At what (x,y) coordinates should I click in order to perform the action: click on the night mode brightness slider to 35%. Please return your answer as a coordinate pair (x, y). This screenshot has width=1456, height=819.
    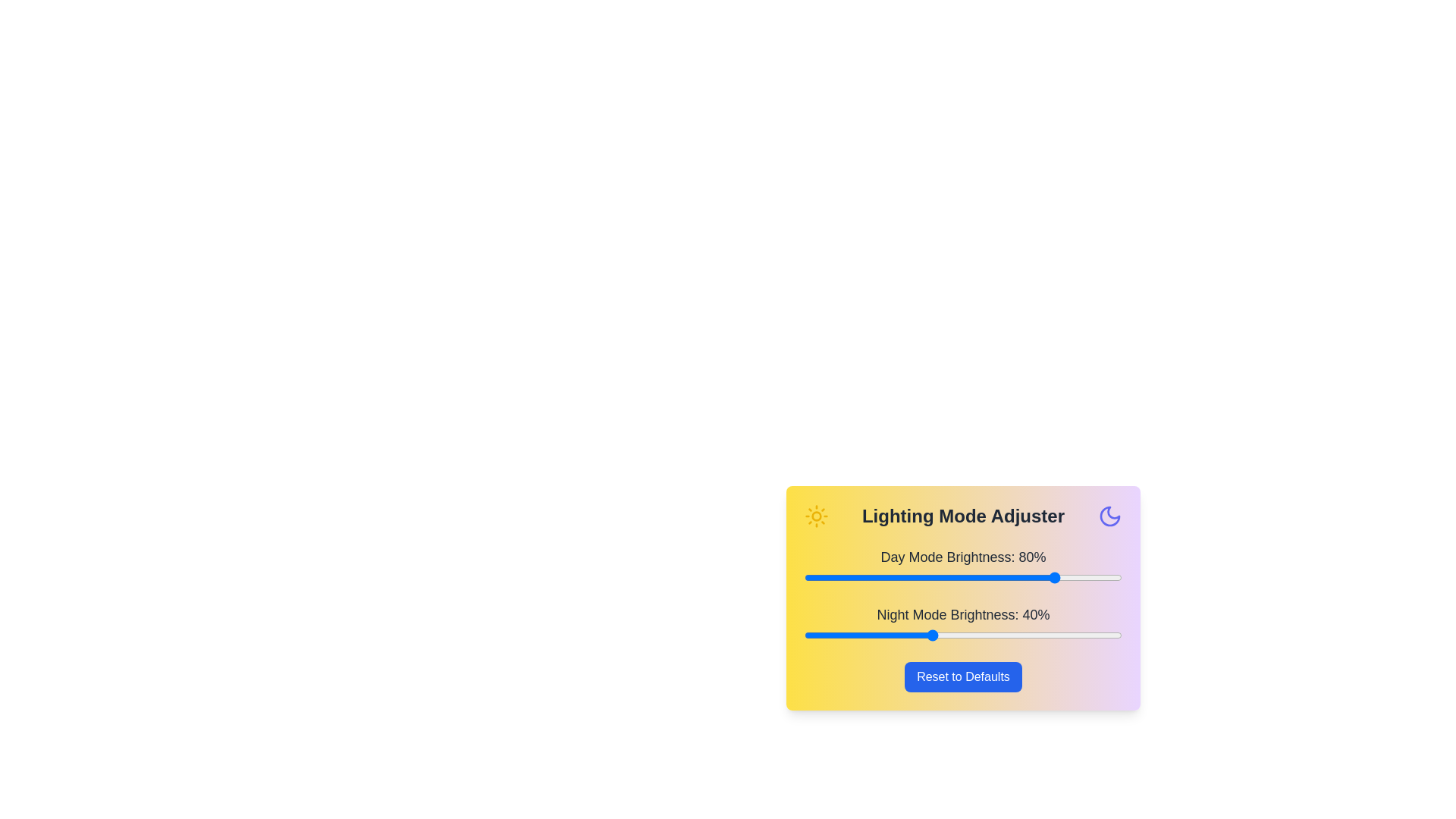
    Looking at the image, I should click on (915, 635).